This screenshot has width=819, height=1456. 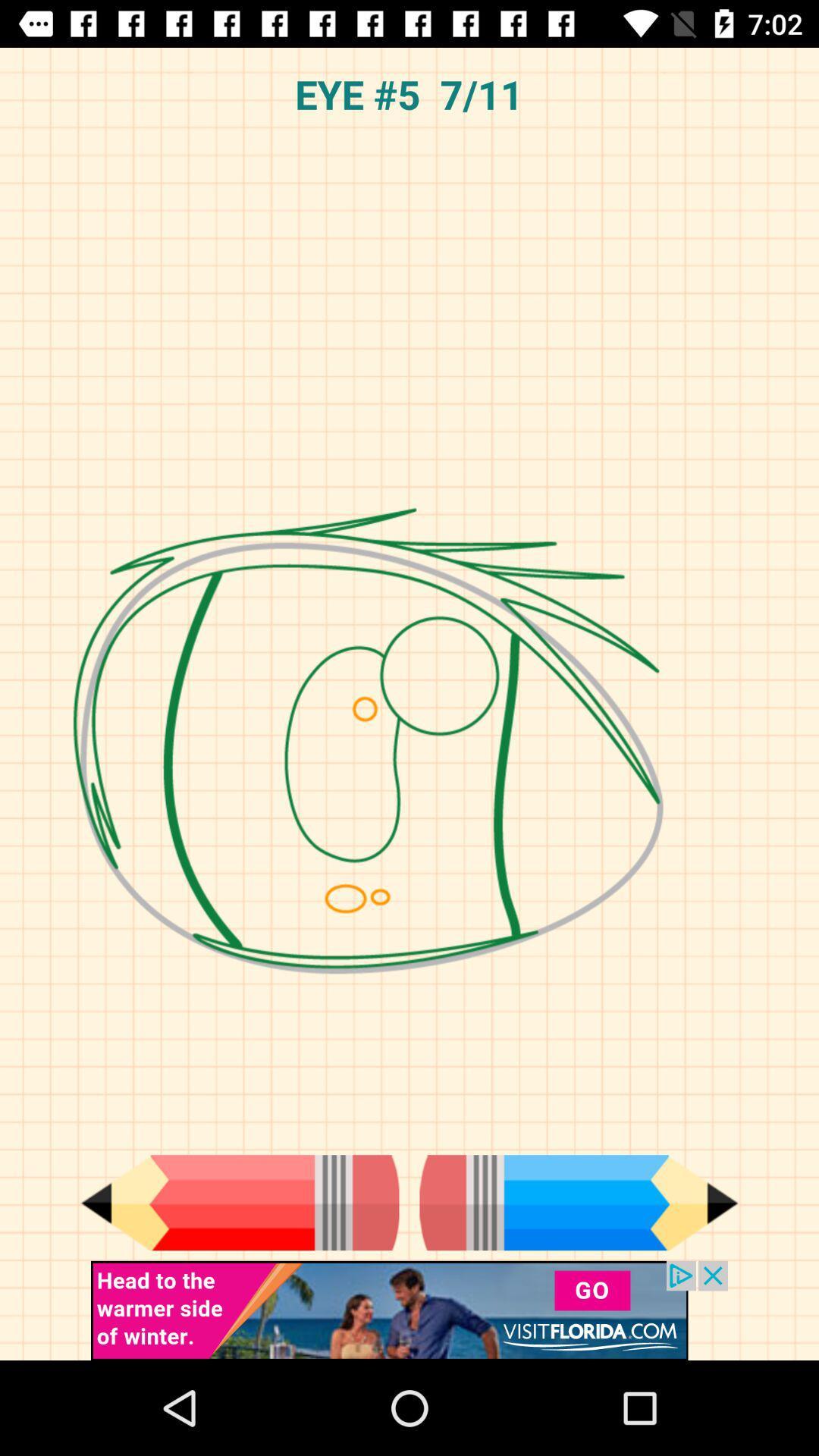 I want to click on advert, so click(x=409, y=1310).